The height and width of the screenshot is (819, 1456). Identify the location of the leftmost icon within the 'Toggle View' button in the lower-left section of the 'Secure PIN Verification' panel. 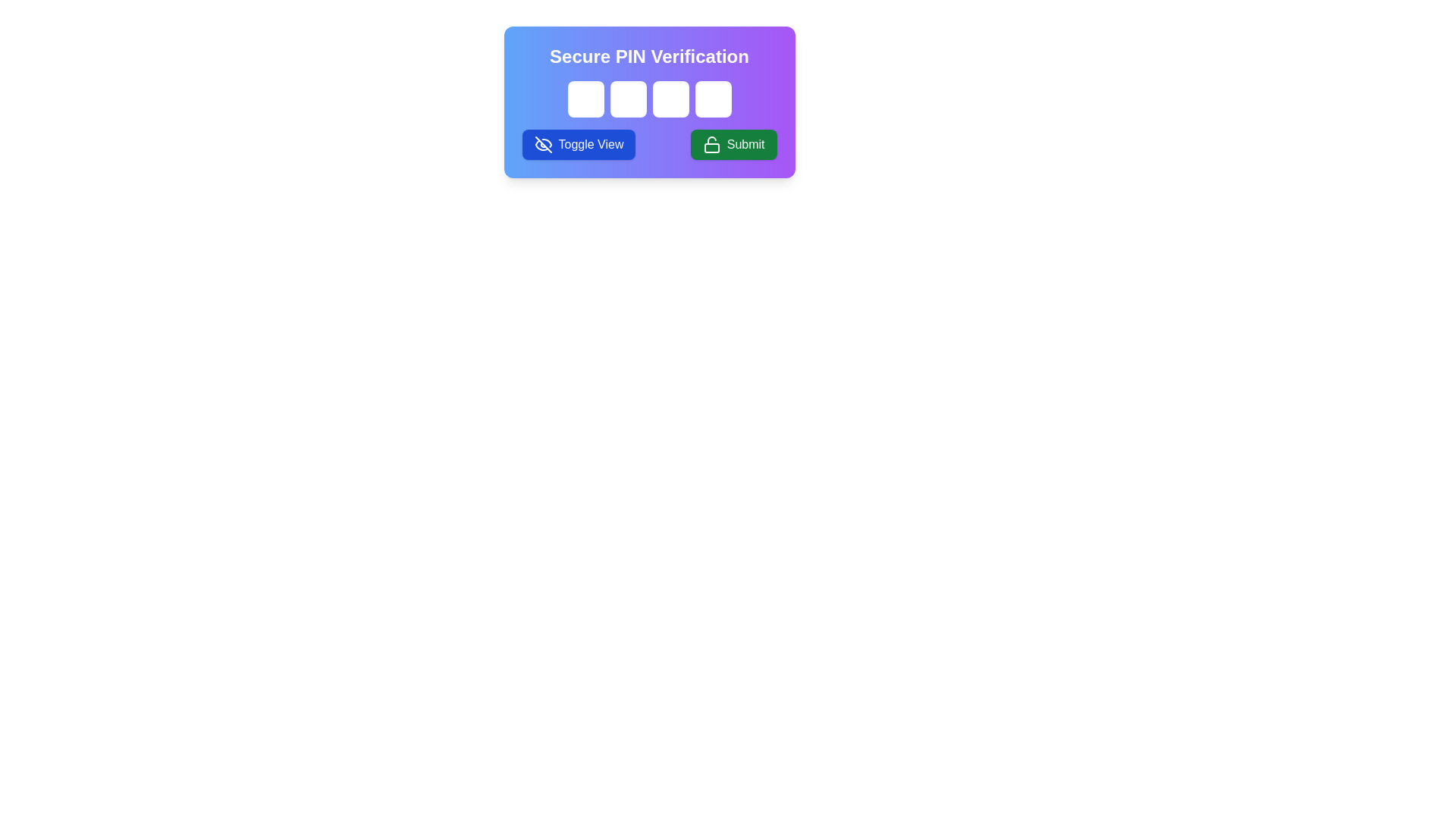
(543, 145).